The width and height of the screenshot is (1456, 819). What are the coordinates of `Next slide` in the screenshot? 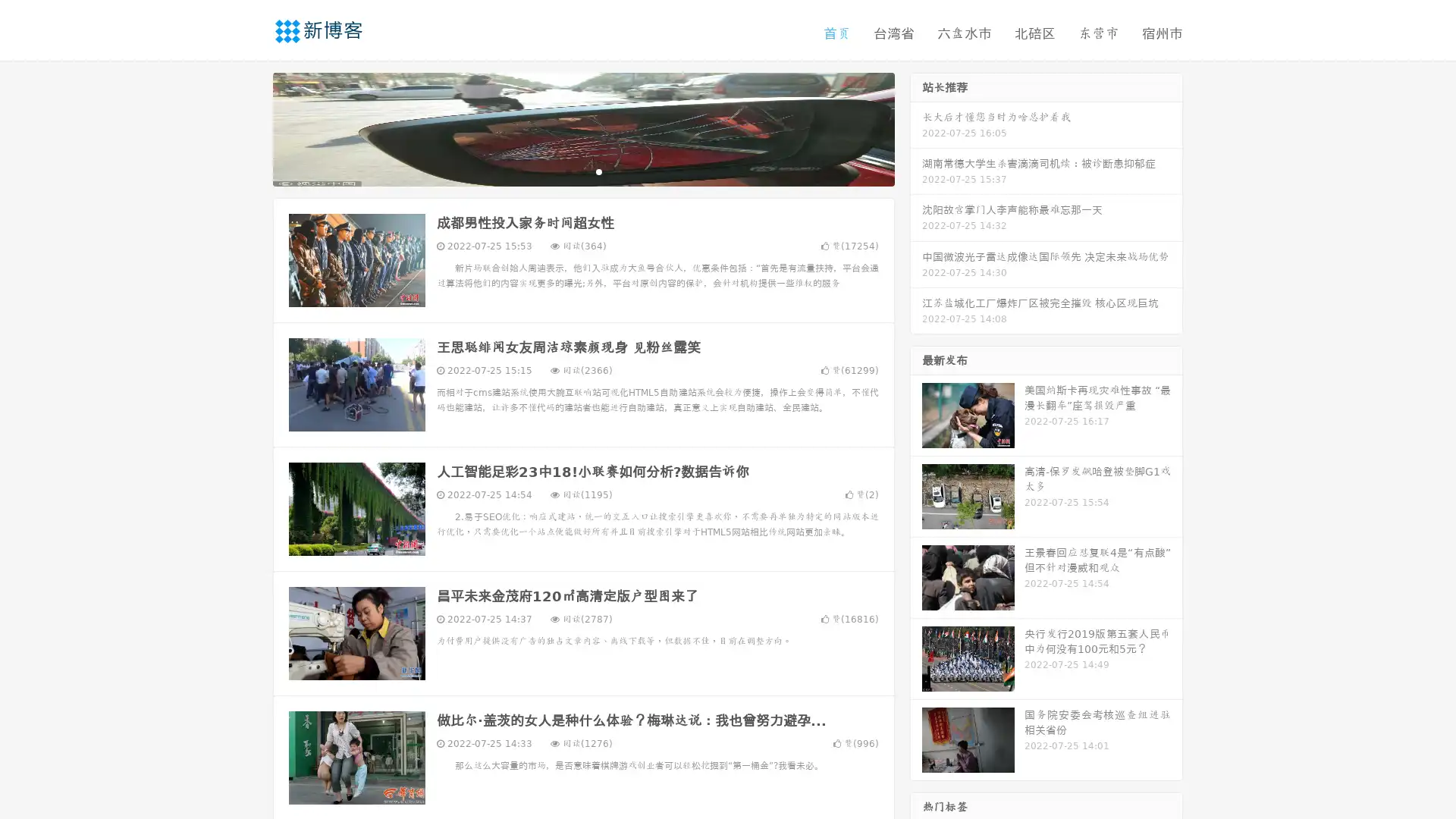 It's located at (916, 127).